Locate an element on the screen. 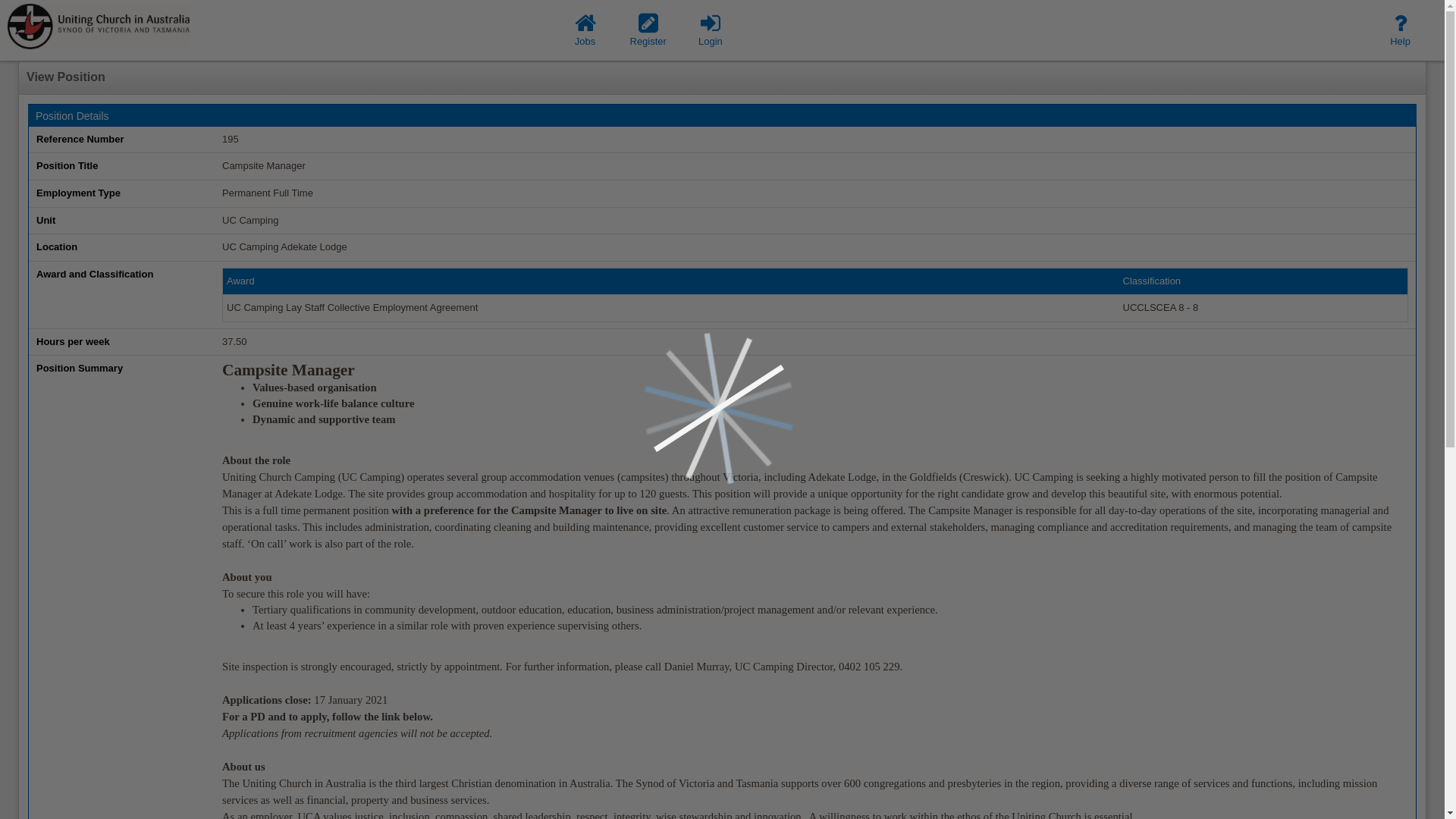  'Help' is located at coordinates (1399, 30).